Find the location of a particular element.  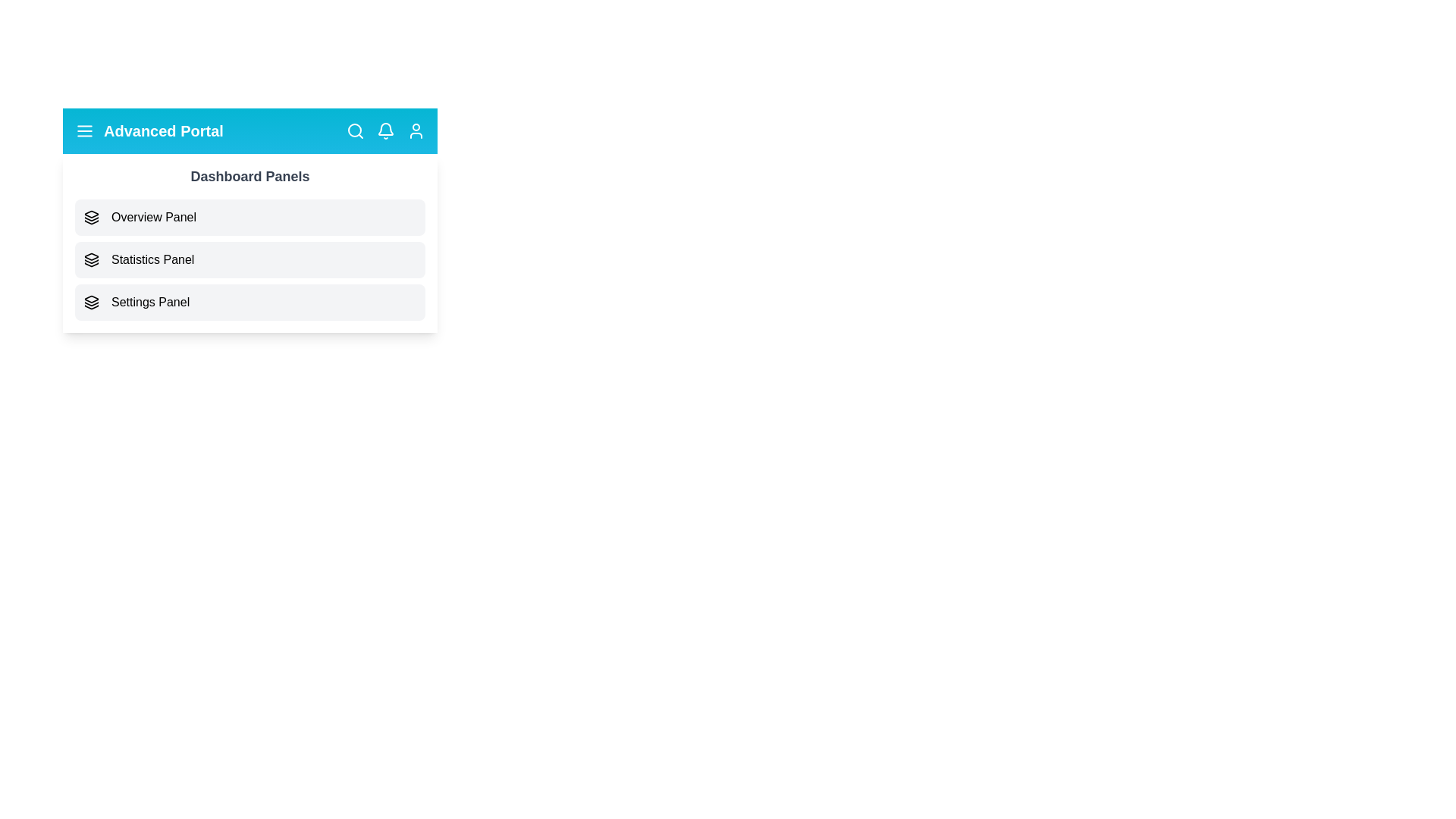

the Overview Panel panel to view its content is located at coordinates (250, 217).